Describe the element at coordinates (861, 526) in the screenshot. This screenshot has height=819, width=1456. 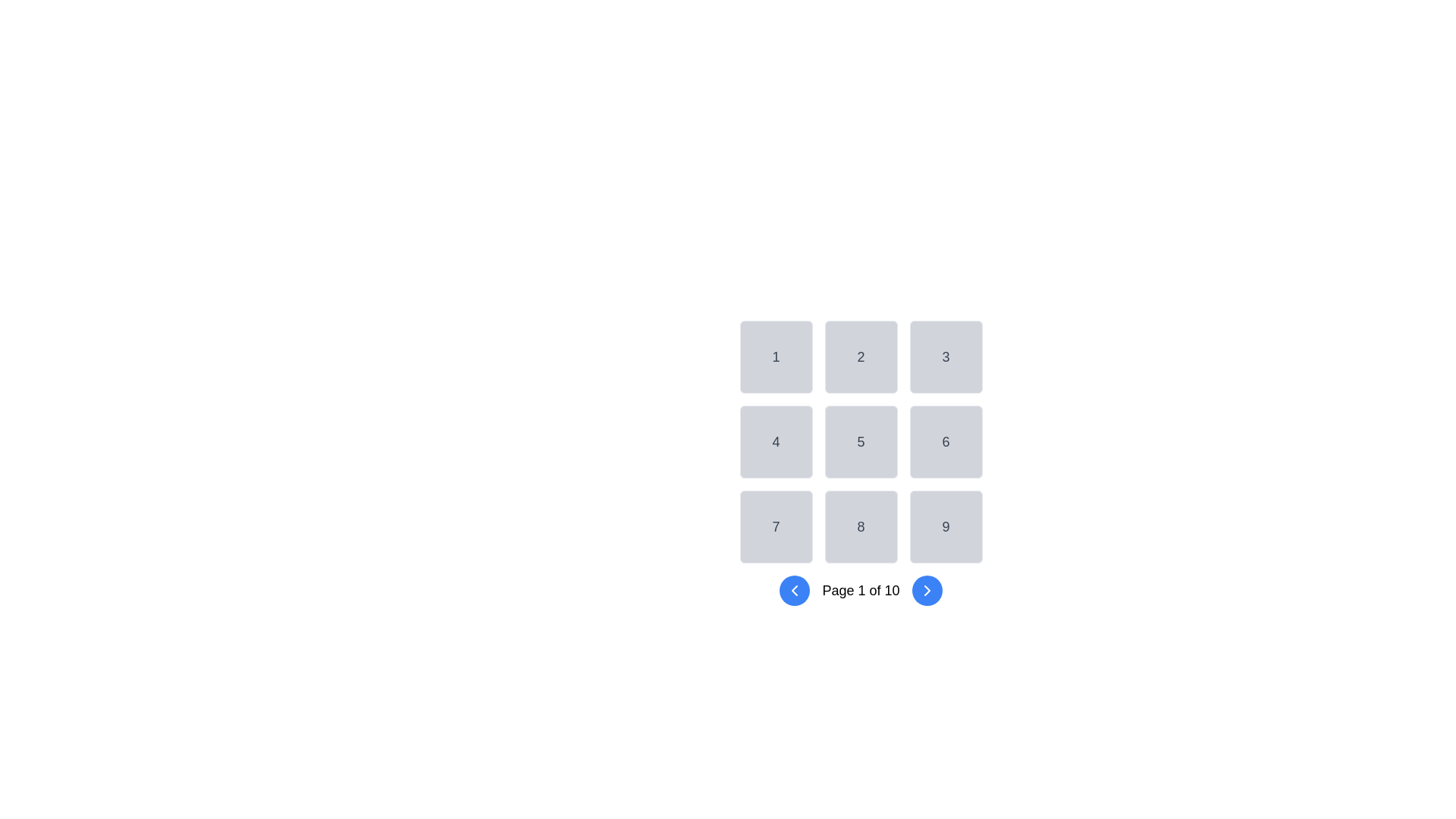
I see `the static grid item located at the bottom-center of a 3x3 grid layout, specifically the 8th slot, which is non-interactive` at that location.